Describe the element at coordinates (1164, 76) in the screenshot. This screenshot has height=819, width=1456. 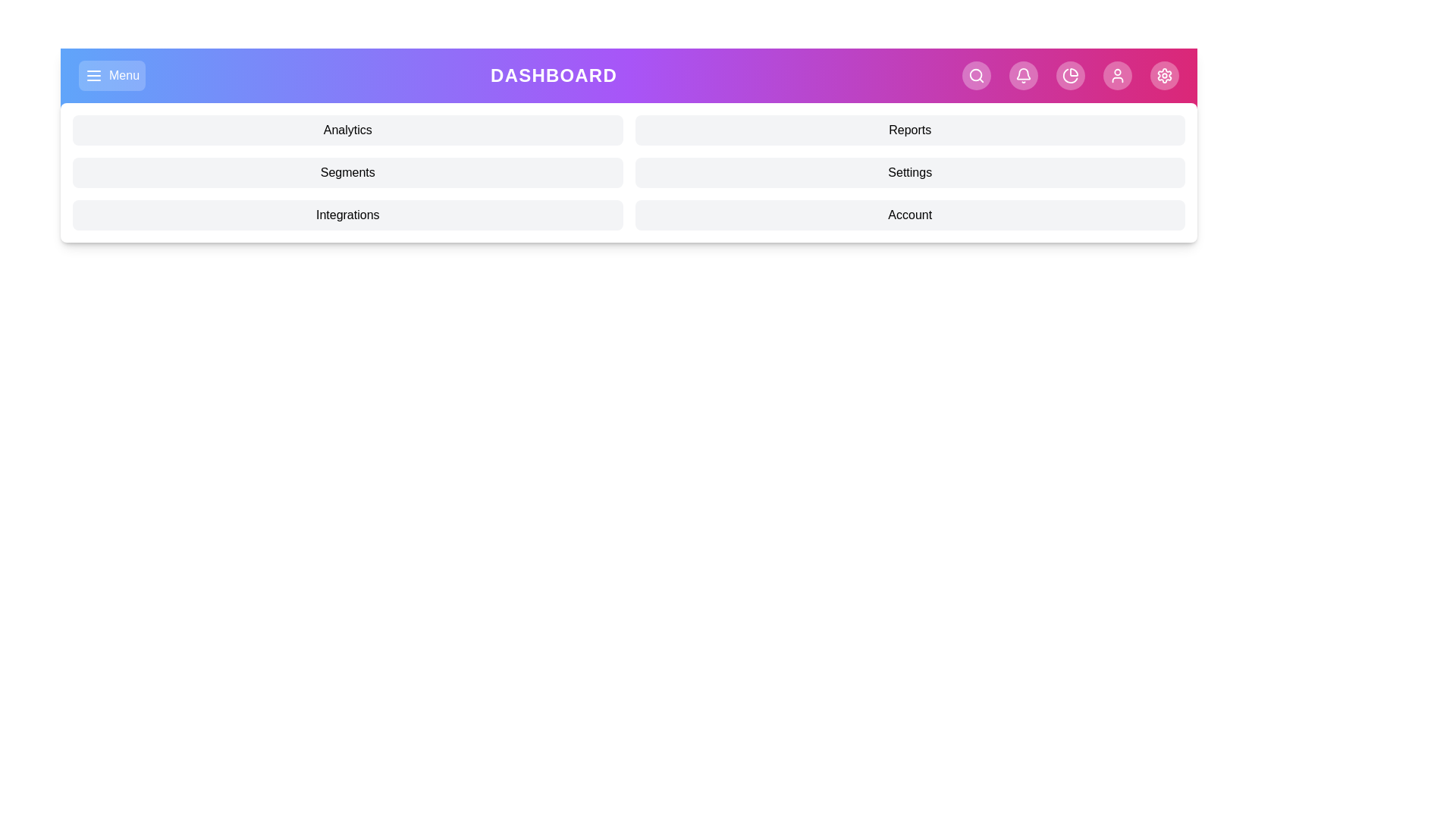
I see `the Settings navigation icon` at that location.